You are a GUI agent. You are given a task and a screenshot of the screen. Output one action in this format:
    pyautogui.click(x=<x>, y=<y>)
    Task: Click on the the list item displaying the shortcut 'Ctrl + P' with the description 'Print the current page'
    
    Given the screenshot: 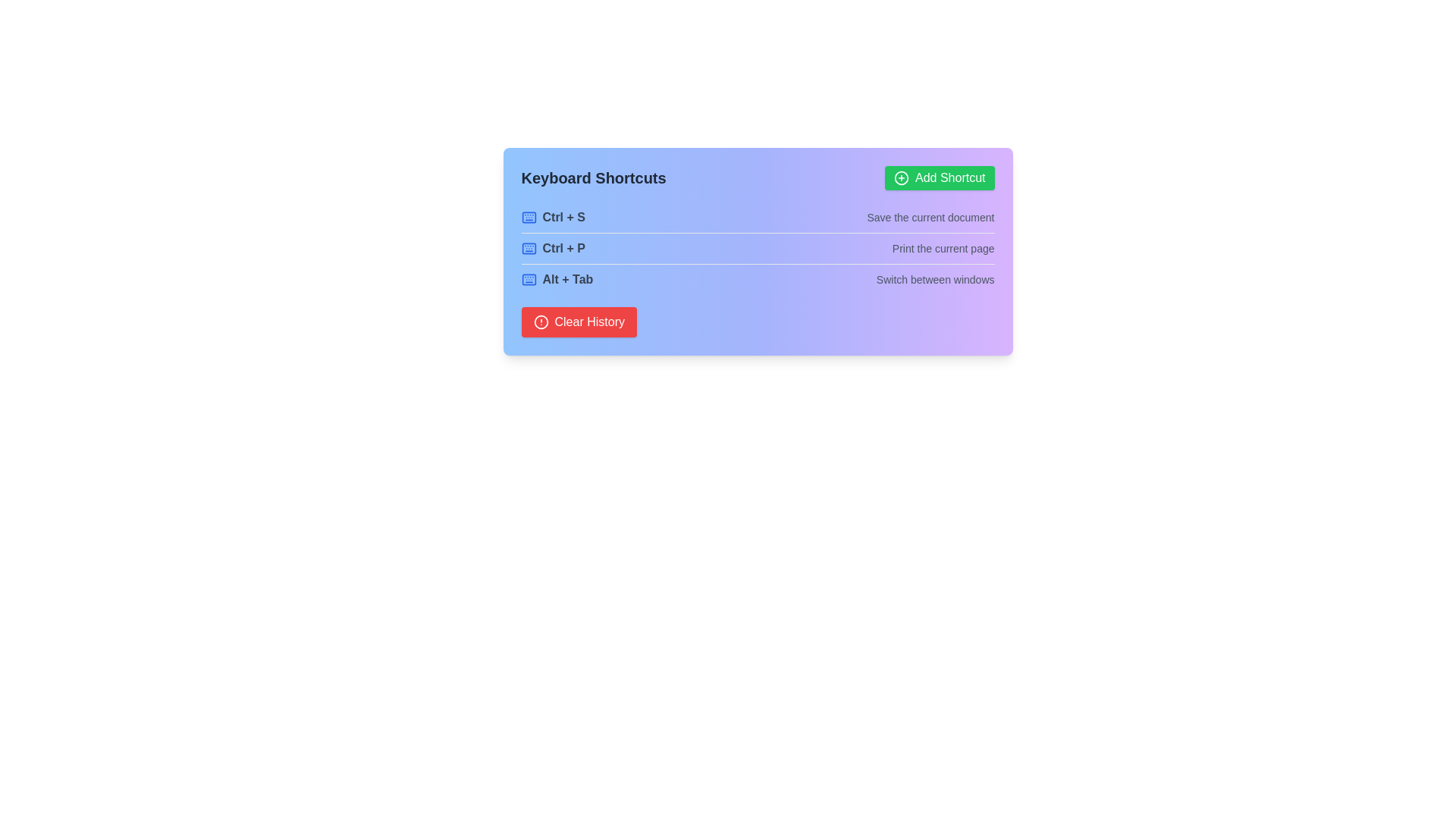 What is the action you would take?
    pyautogui.click(x=758, y=247)
    